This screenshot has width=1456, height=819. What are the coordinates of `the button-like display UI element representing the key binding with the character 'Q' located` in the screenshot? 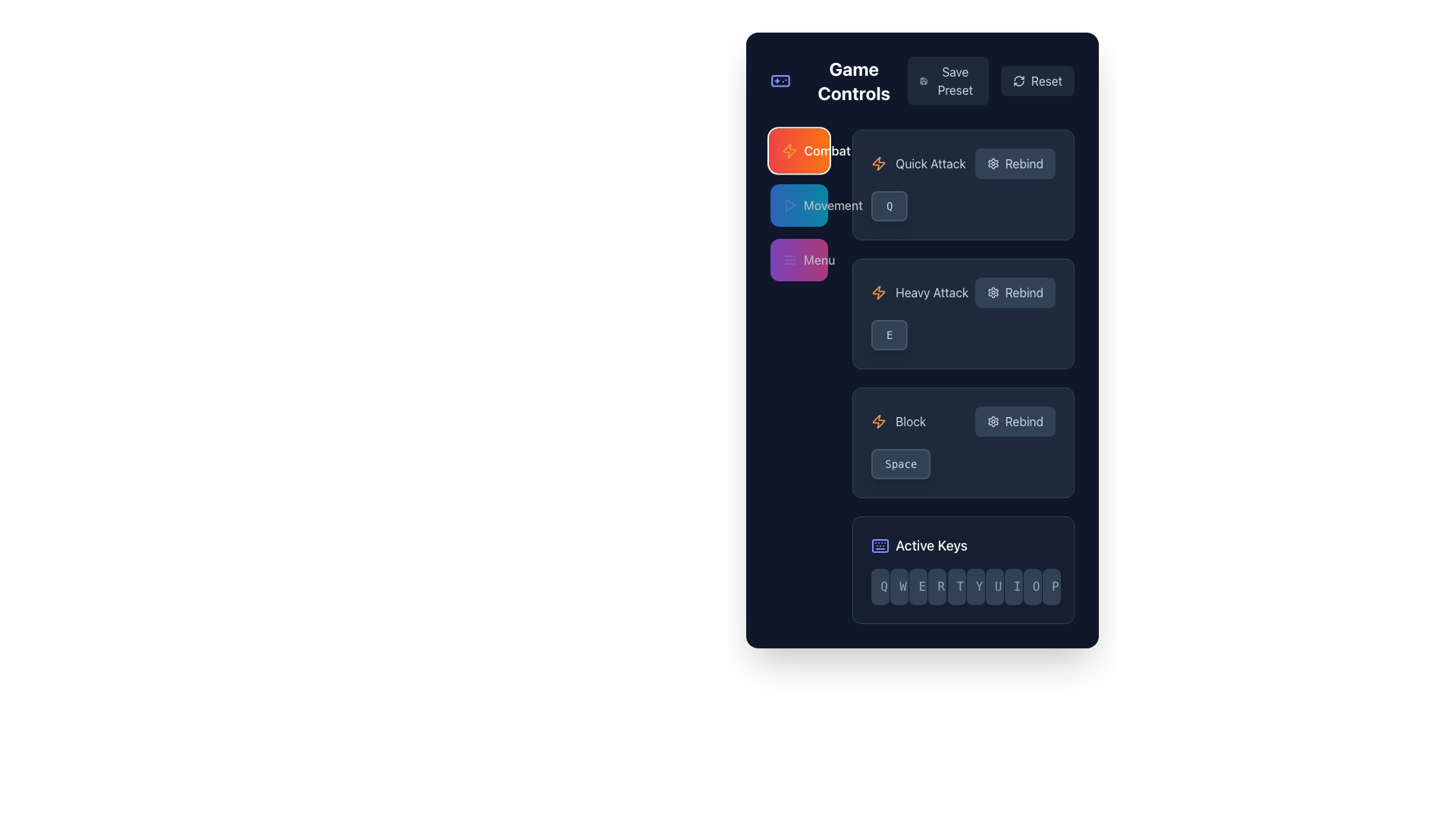 It's located at (962, 206).